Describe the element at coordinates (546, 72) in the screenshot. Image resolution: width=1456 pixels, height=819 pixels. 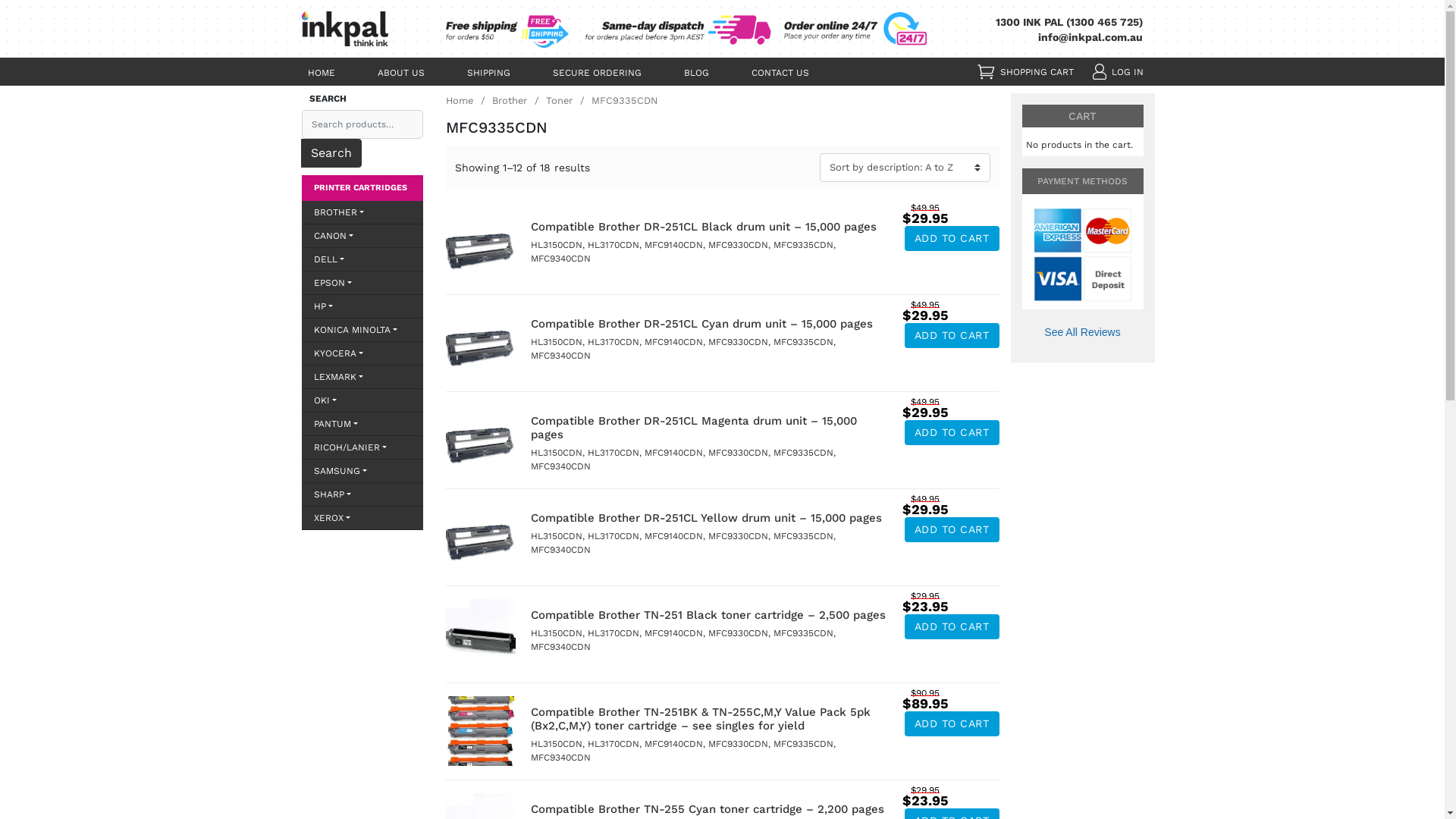
I see `'SECURE ORDERING'` at that location.